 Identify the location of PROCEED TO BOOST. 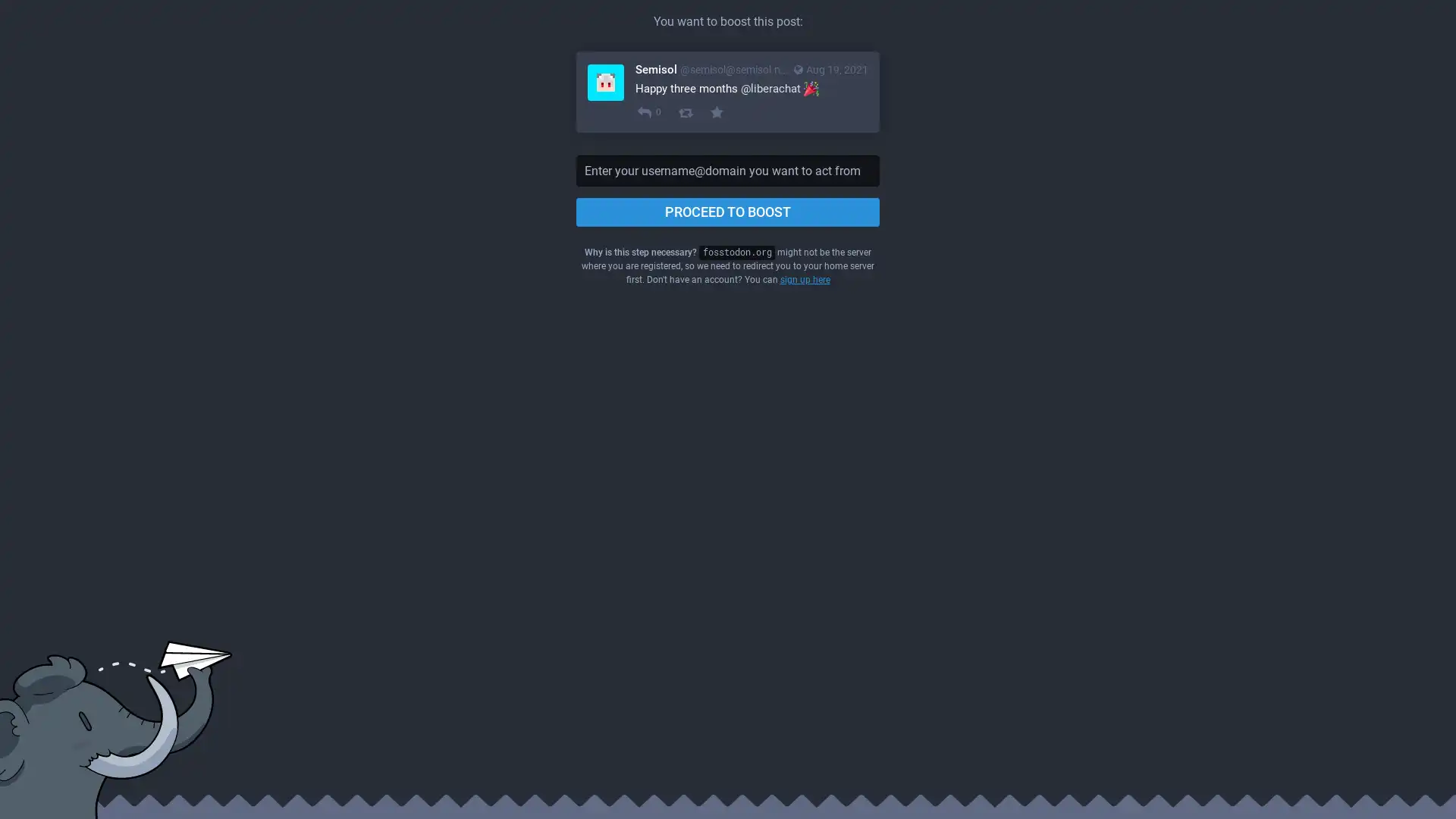
(728, 212).